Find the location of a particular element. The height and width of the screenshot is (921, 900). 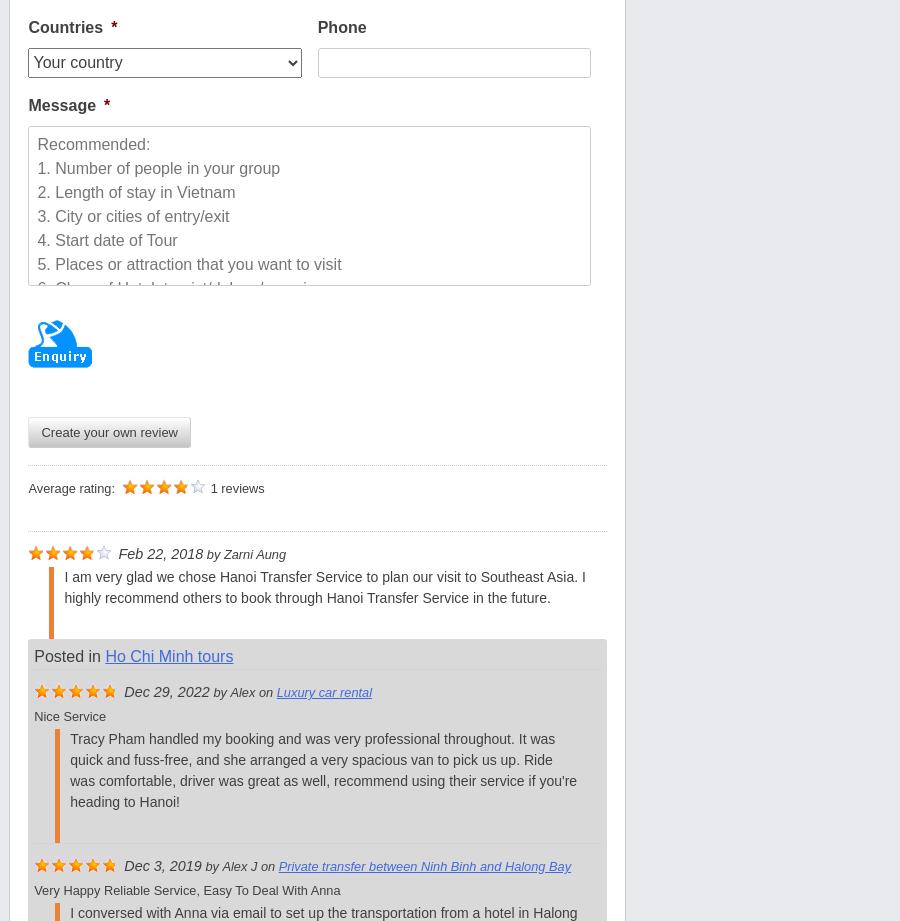

'Alex  J' is located at coordinates (238, 864).